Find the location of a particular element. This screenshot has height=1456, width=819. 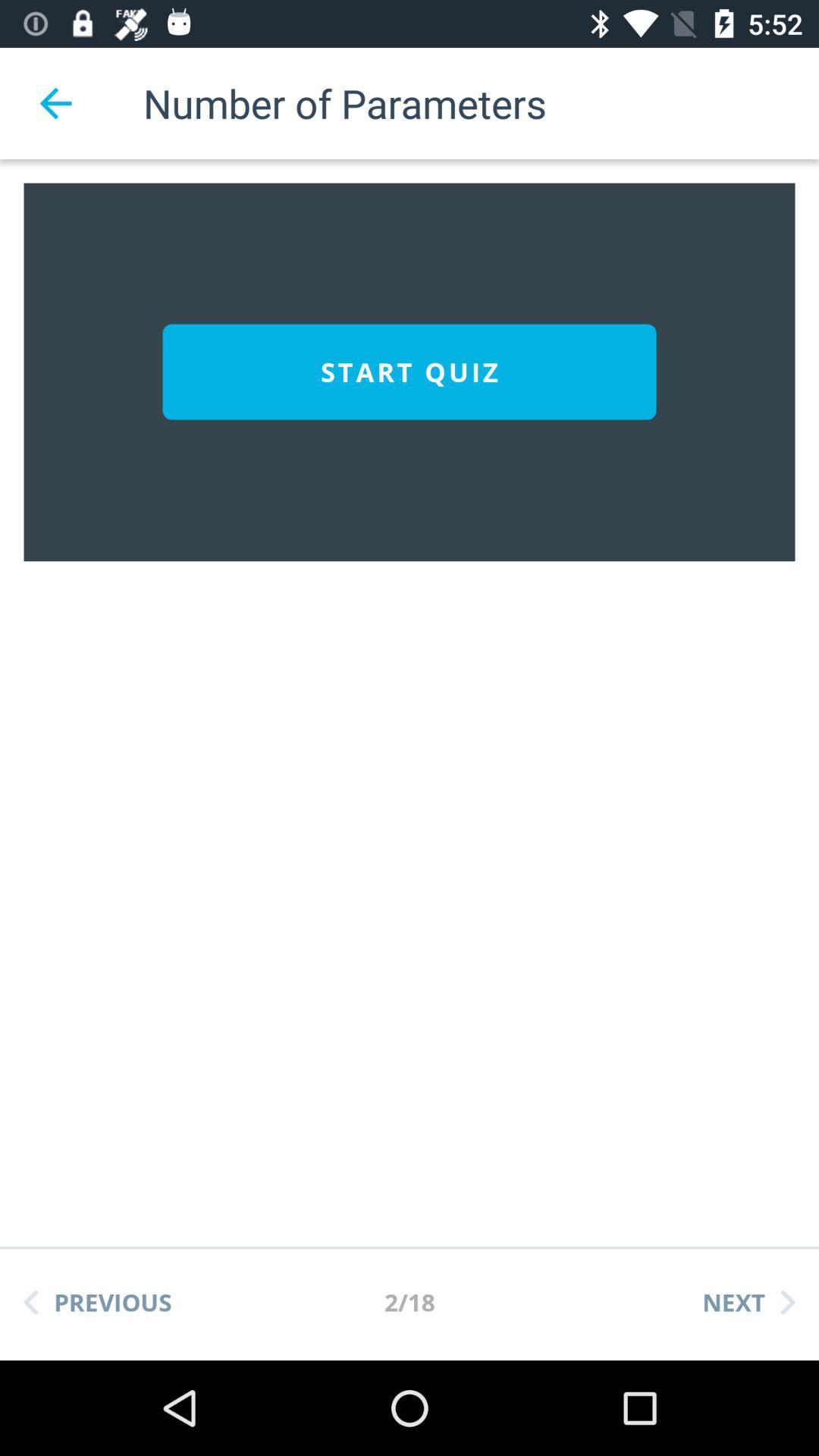

icon to the left of 2/18 item is located at coordinates (97, 1301).